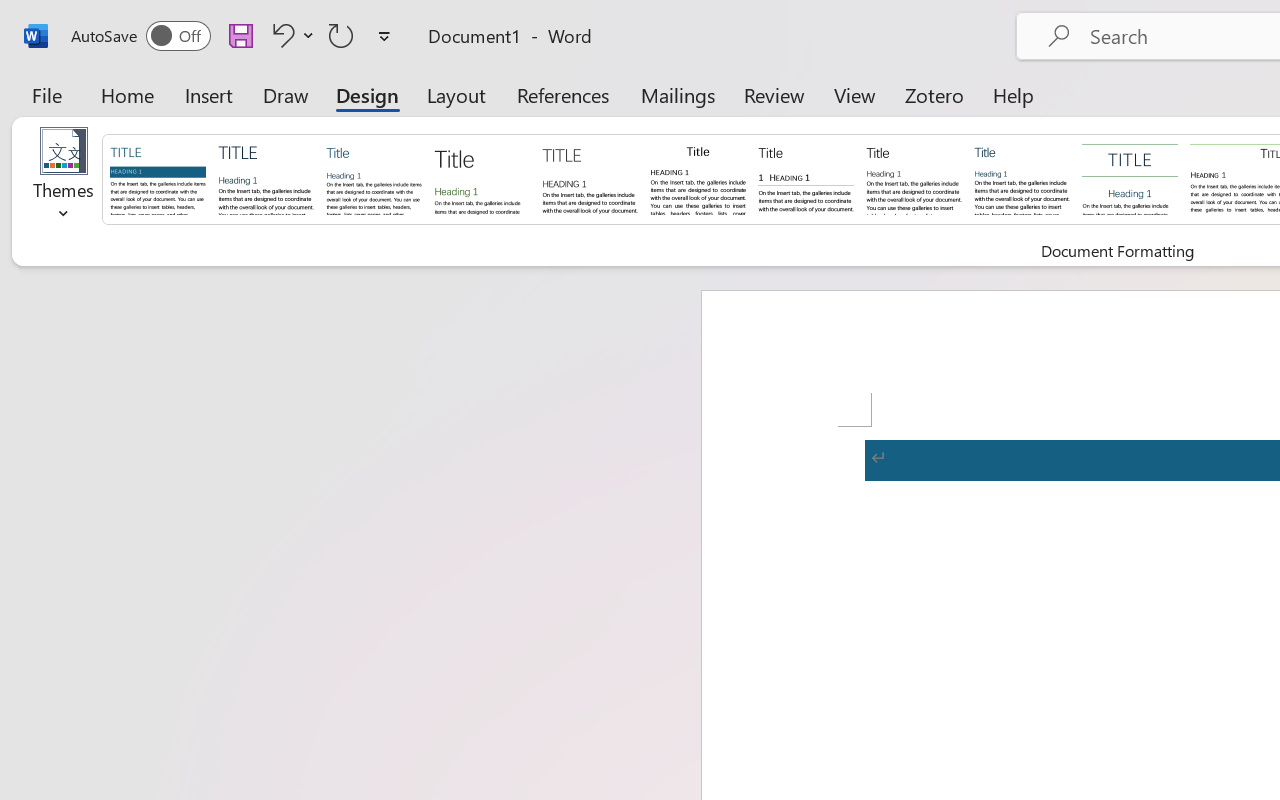 This screenshot has width=1280, height=800. Describe the element at coordinates (265, 177) in the screenshot. I see `'Basic (Elegant)'` at that location.